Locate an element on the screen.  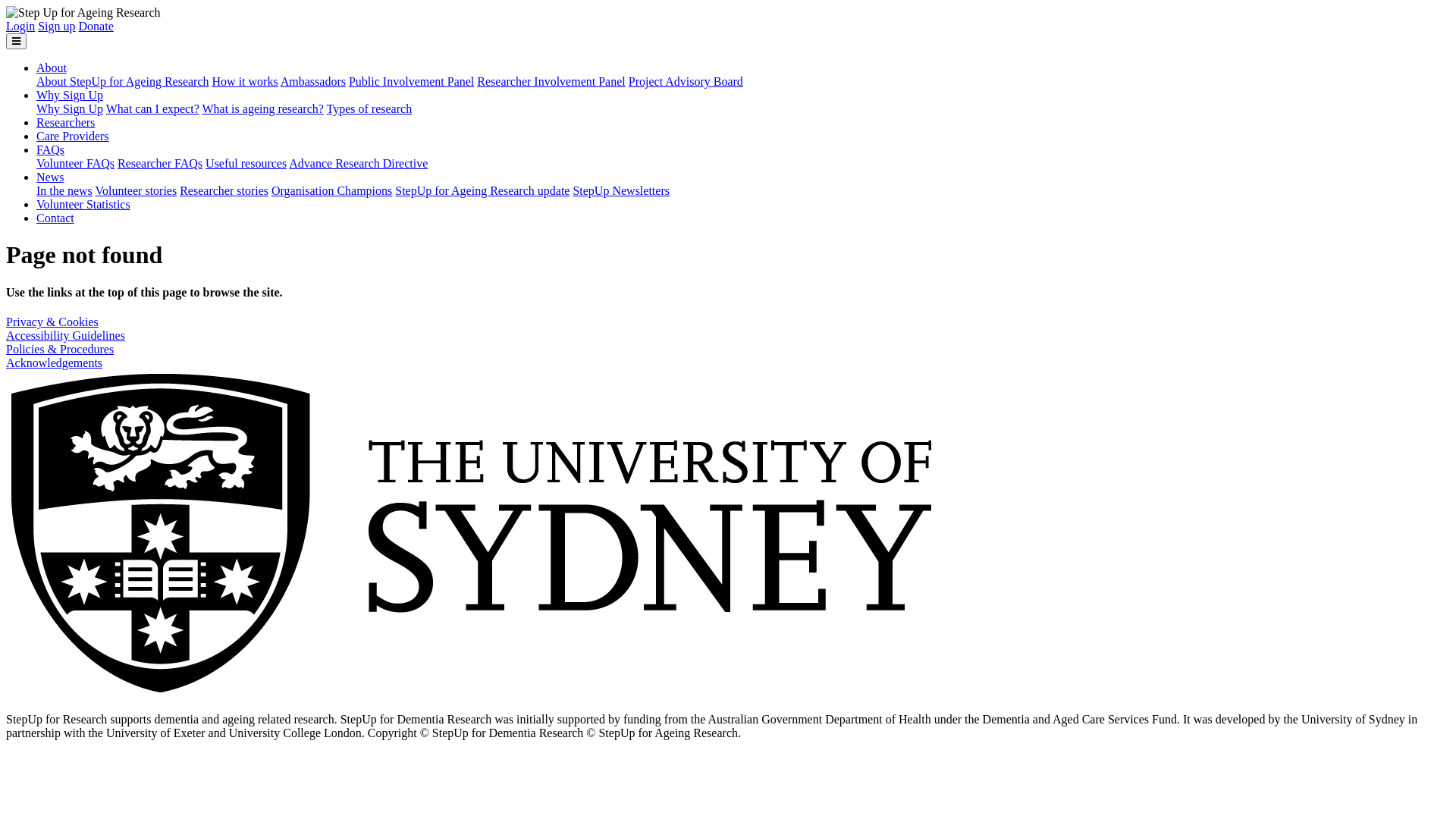
'In the news' is located at coordinates (36, 190).